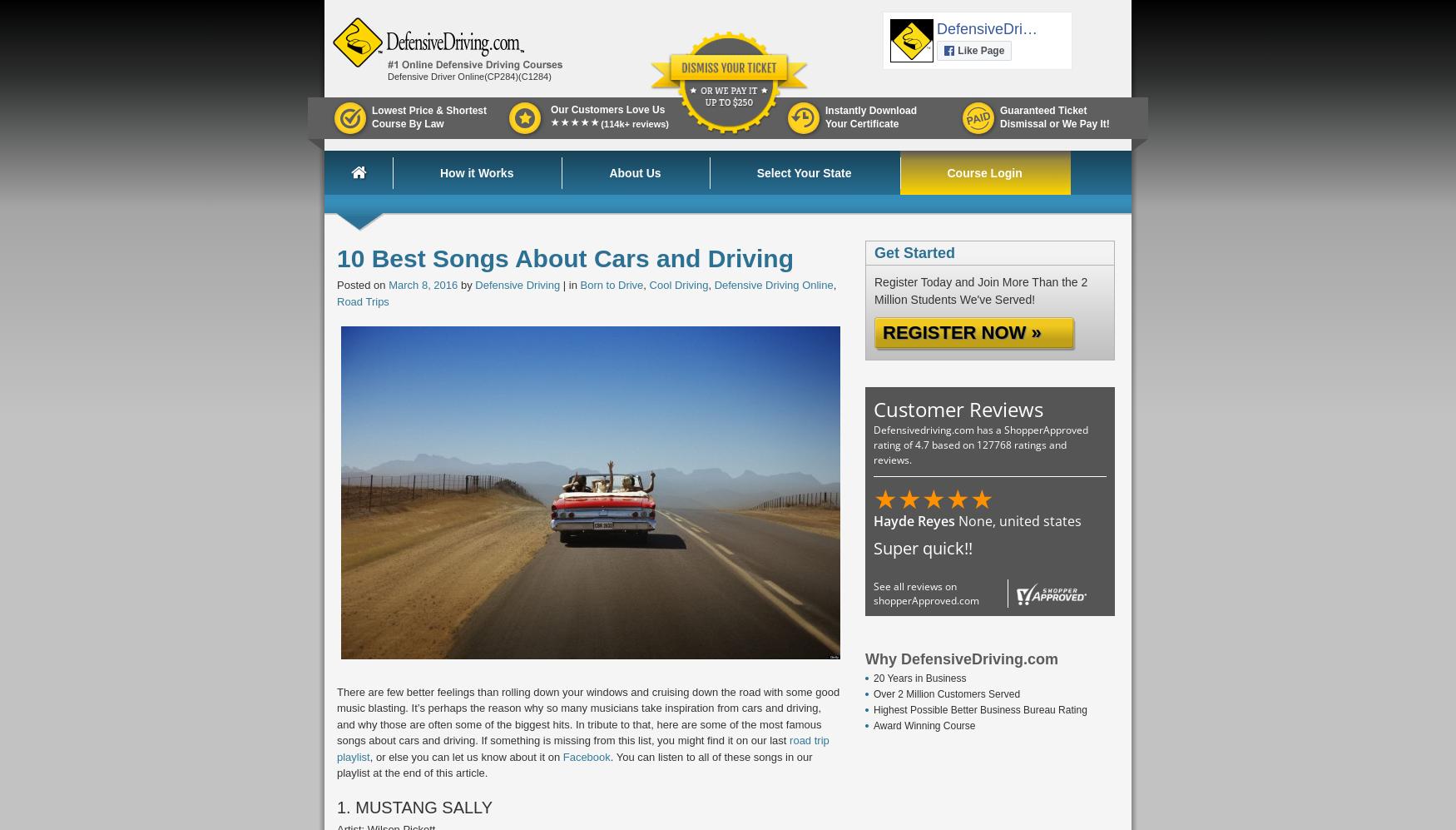 The height and width of the screenshot is (830, 1456). I want to click on 'Select Your State', so click(755, 172).